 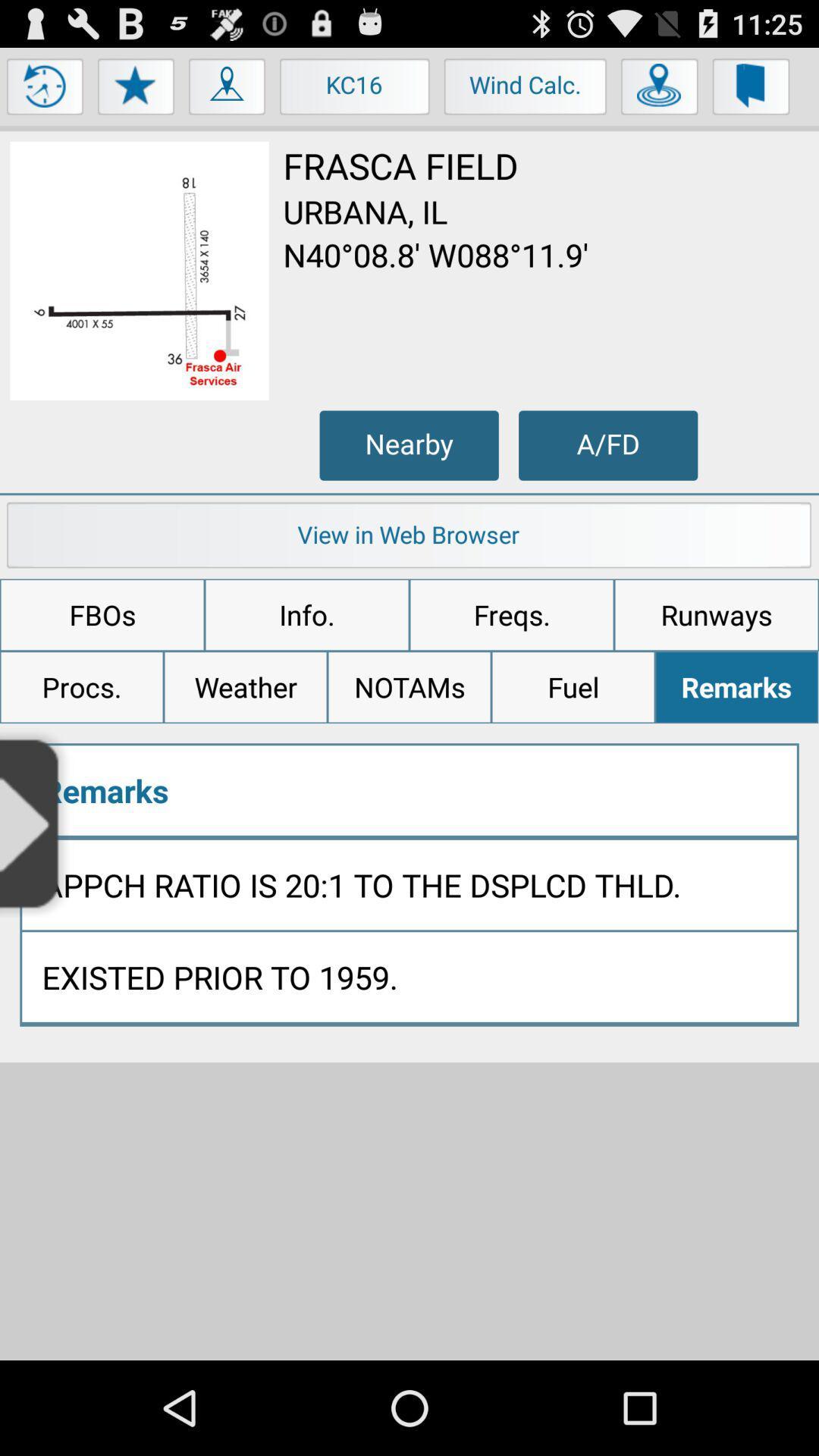 What do you see at coordinates (45, 89) in the screenshot?
I see `change time` at bounding box center [45, 89].